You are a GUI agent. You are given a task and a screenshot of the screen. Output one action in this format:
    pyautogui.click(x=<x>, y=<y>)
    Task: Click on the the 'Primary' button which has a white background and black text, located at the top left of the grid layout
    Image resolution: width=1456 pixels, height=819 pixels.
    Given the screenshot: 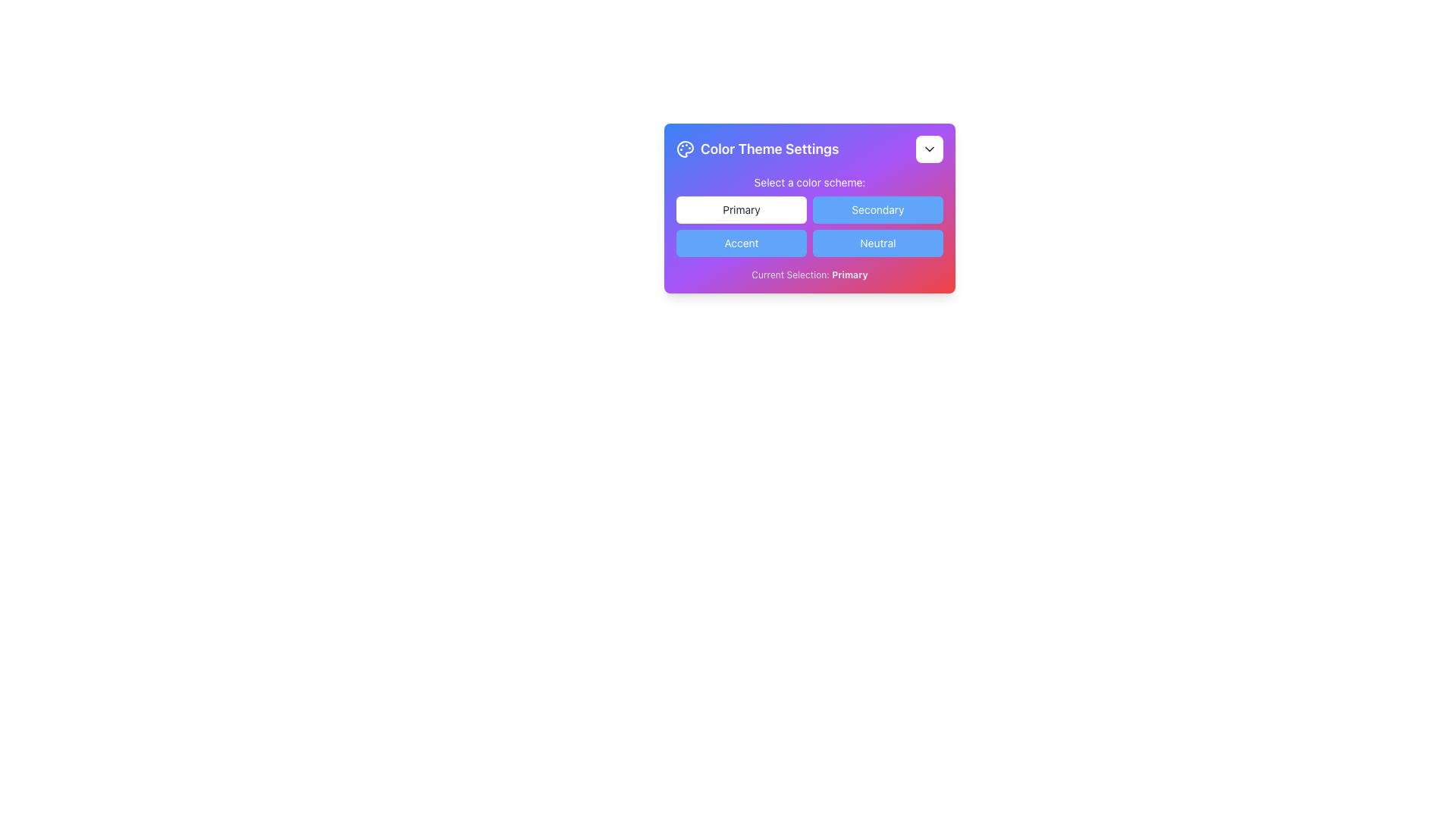 What is the action you would take?
    pyautogui.click(x=742, y=210)
    